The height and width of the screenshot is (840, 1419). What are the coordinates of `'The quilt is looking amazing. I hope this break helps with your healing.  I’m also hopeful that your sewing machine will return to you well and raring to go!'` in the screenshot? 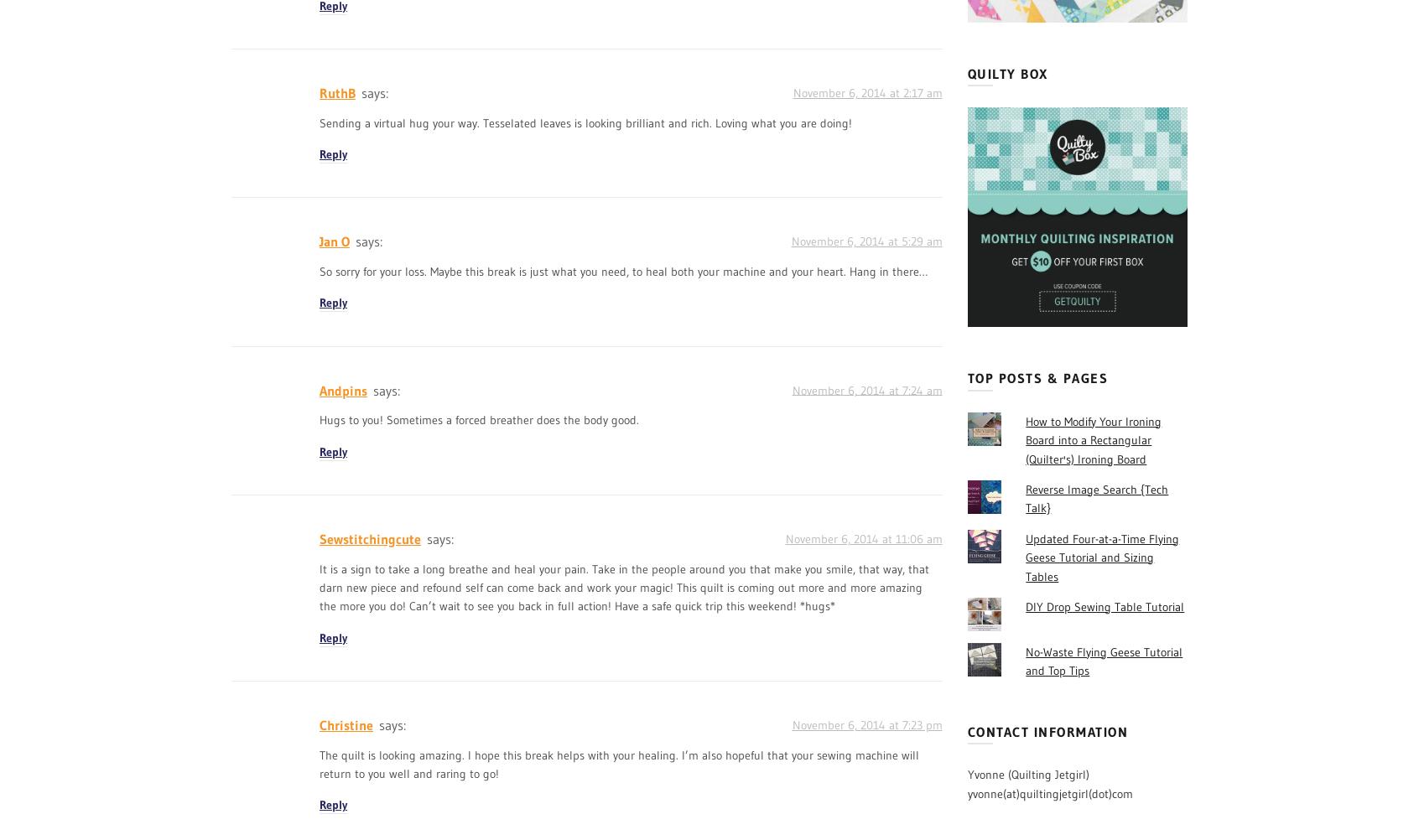 It's located at (618, 764).